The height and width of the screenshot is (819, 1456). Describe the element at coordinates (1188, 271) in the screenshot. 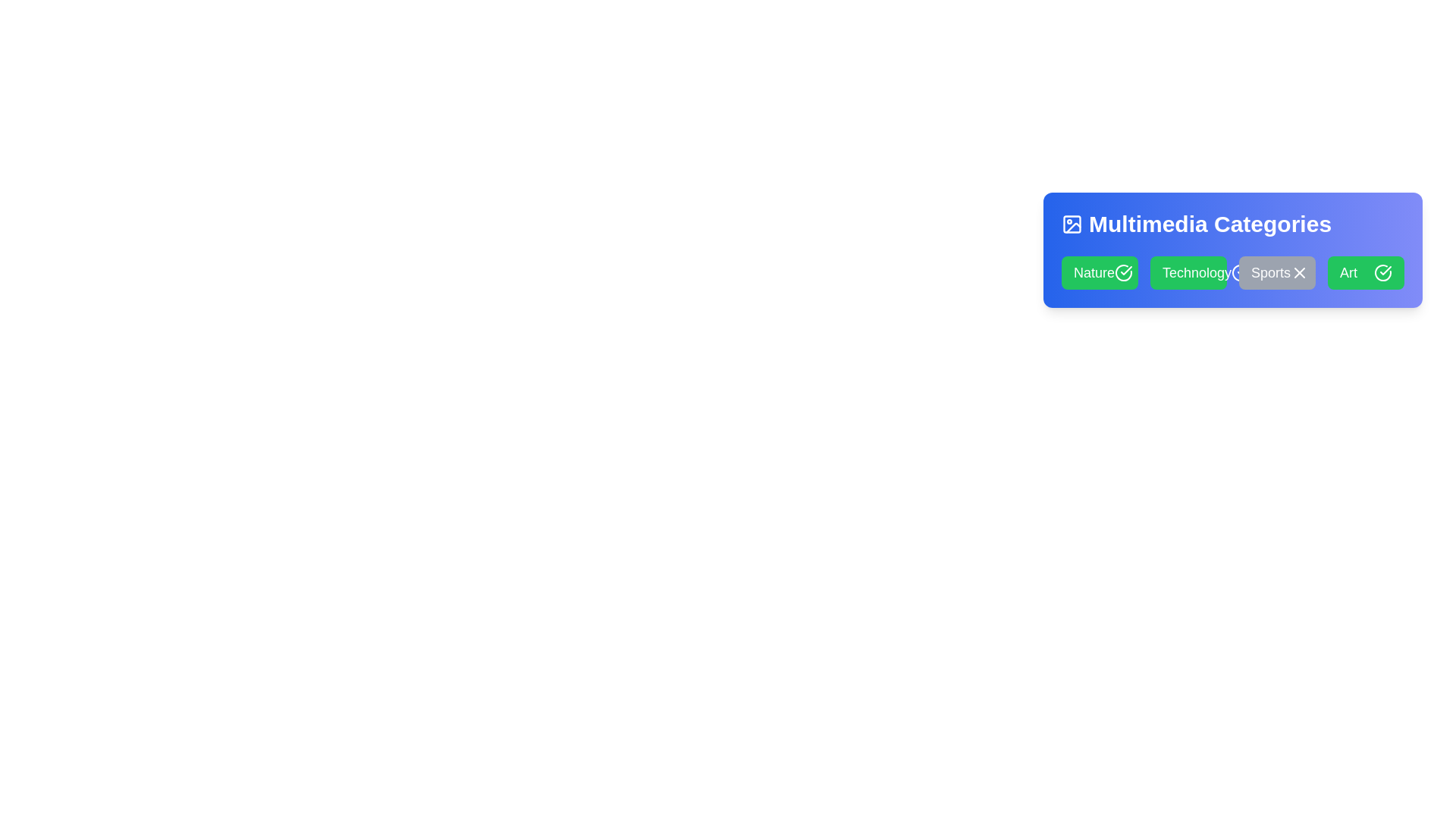

I see `the 'Technology' button, which is a rectangular button with a green background that changes to a darker green when hovered, displaying the text 'Technology' in white` at that location.